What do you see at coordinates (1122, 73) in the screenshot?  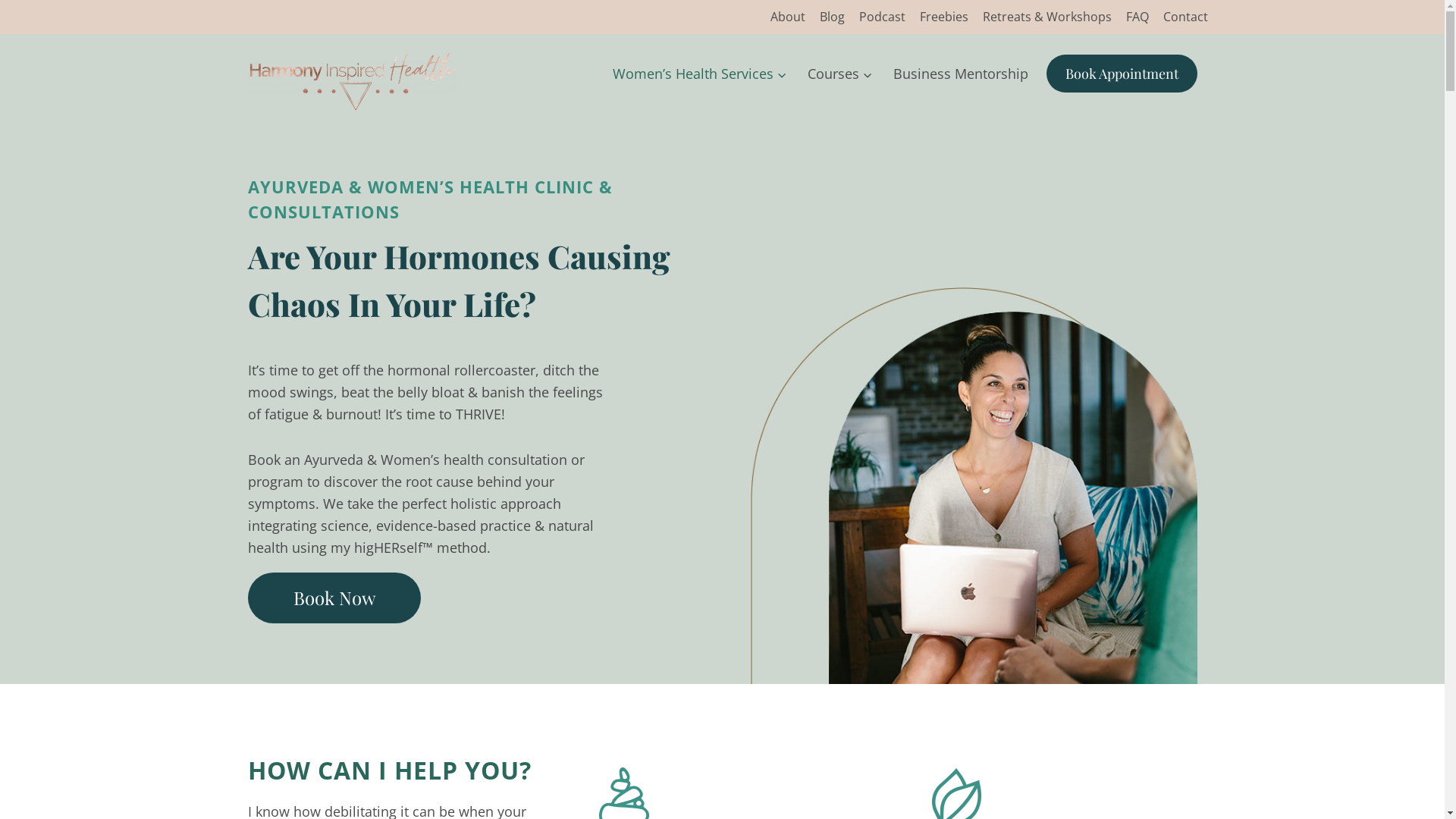 I see `'Book Appointment'` at bounding box center [1122, 73].